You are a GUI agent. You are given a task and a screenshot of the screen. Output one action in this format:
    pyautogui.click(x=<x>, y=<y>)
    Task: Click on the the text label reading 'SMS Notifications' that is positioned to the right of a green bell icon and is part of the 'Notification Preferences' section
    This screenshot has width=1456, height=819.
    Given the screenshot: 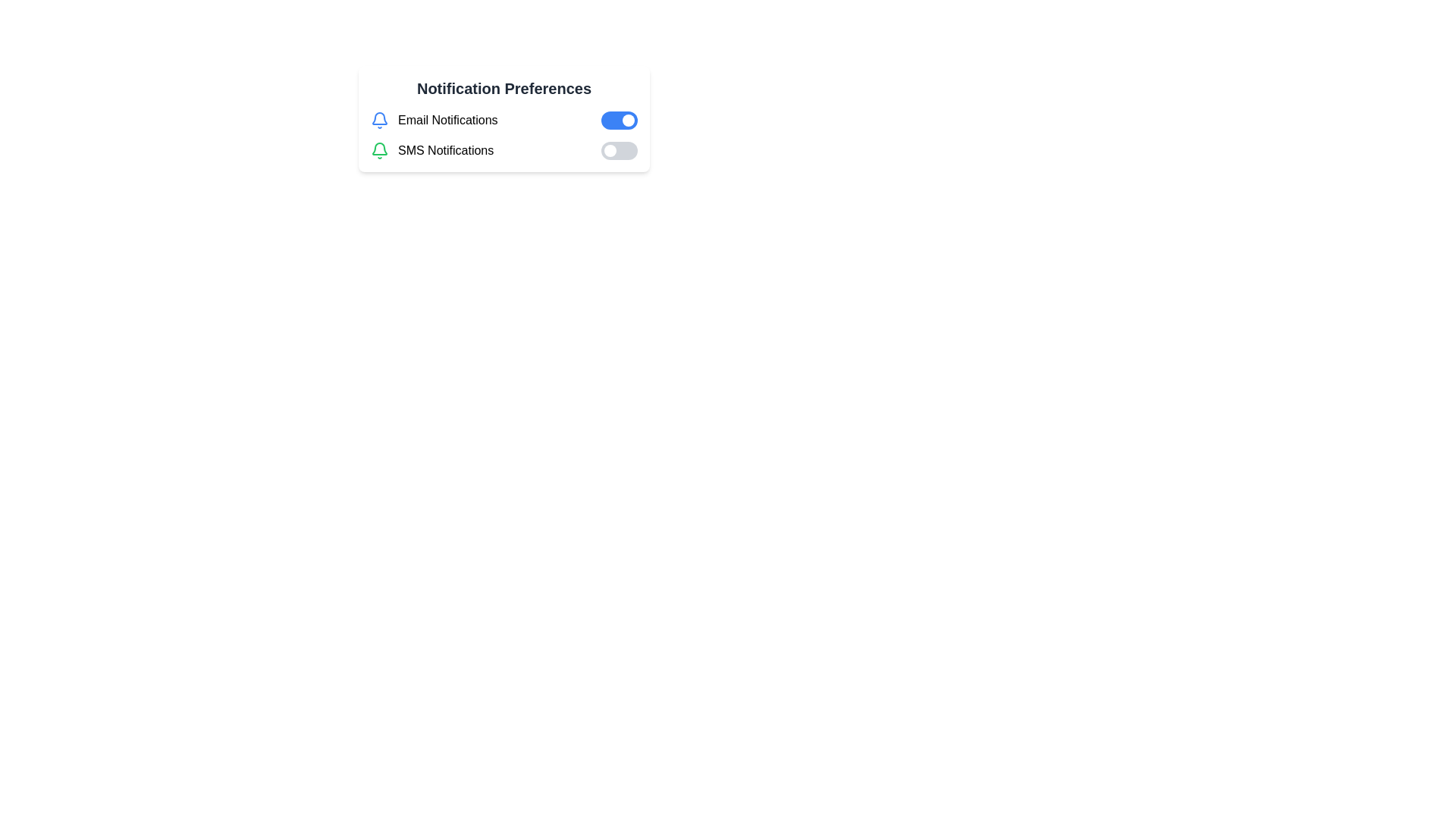 What is the action you would take?
    pyautogui.click(x=431, y=151)
    